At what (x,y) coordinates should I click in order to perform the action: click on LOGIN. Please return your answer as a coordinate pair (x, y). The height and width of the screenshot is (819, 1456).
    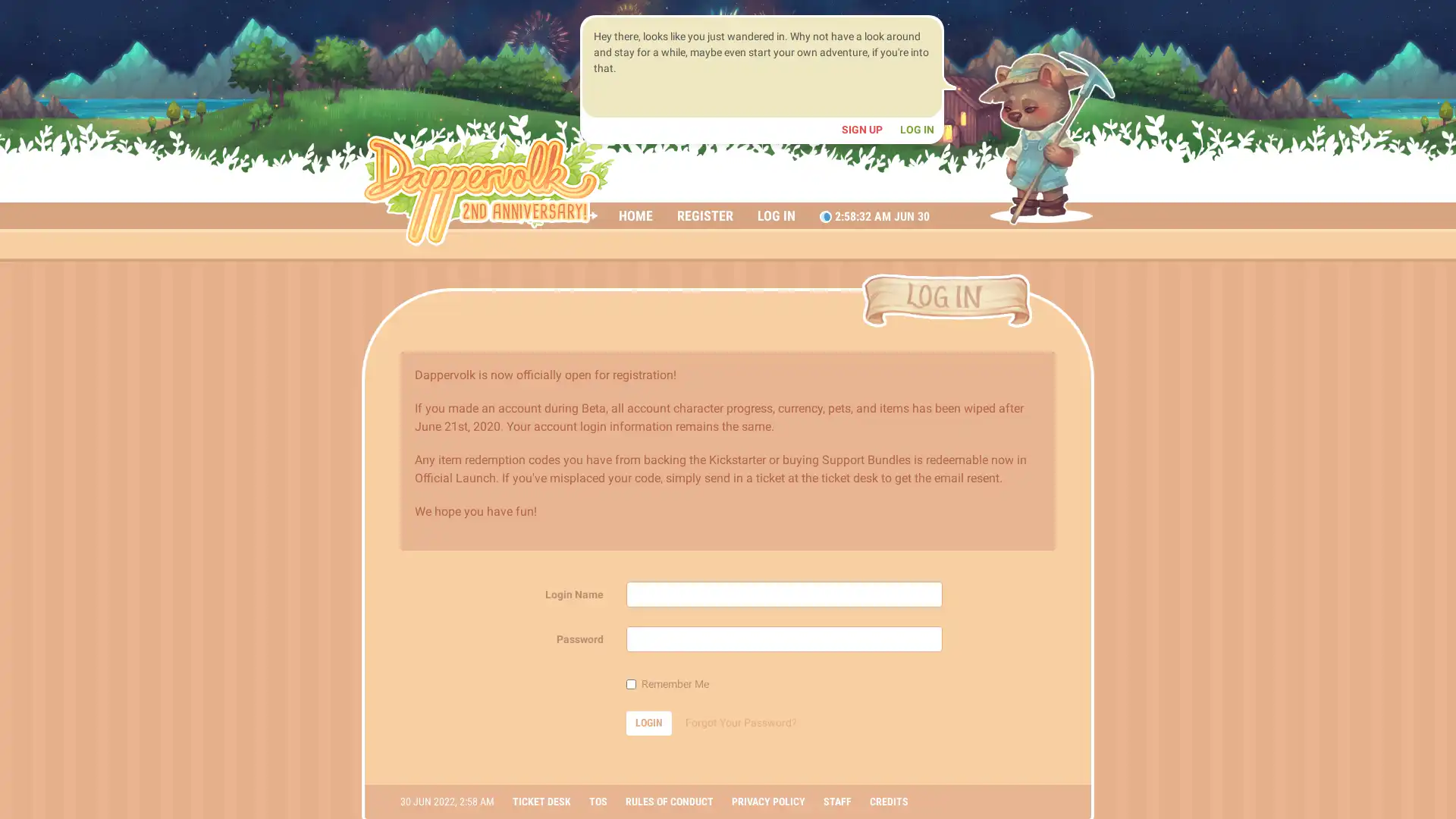
    Looking at the image, I should click on (648, 722).